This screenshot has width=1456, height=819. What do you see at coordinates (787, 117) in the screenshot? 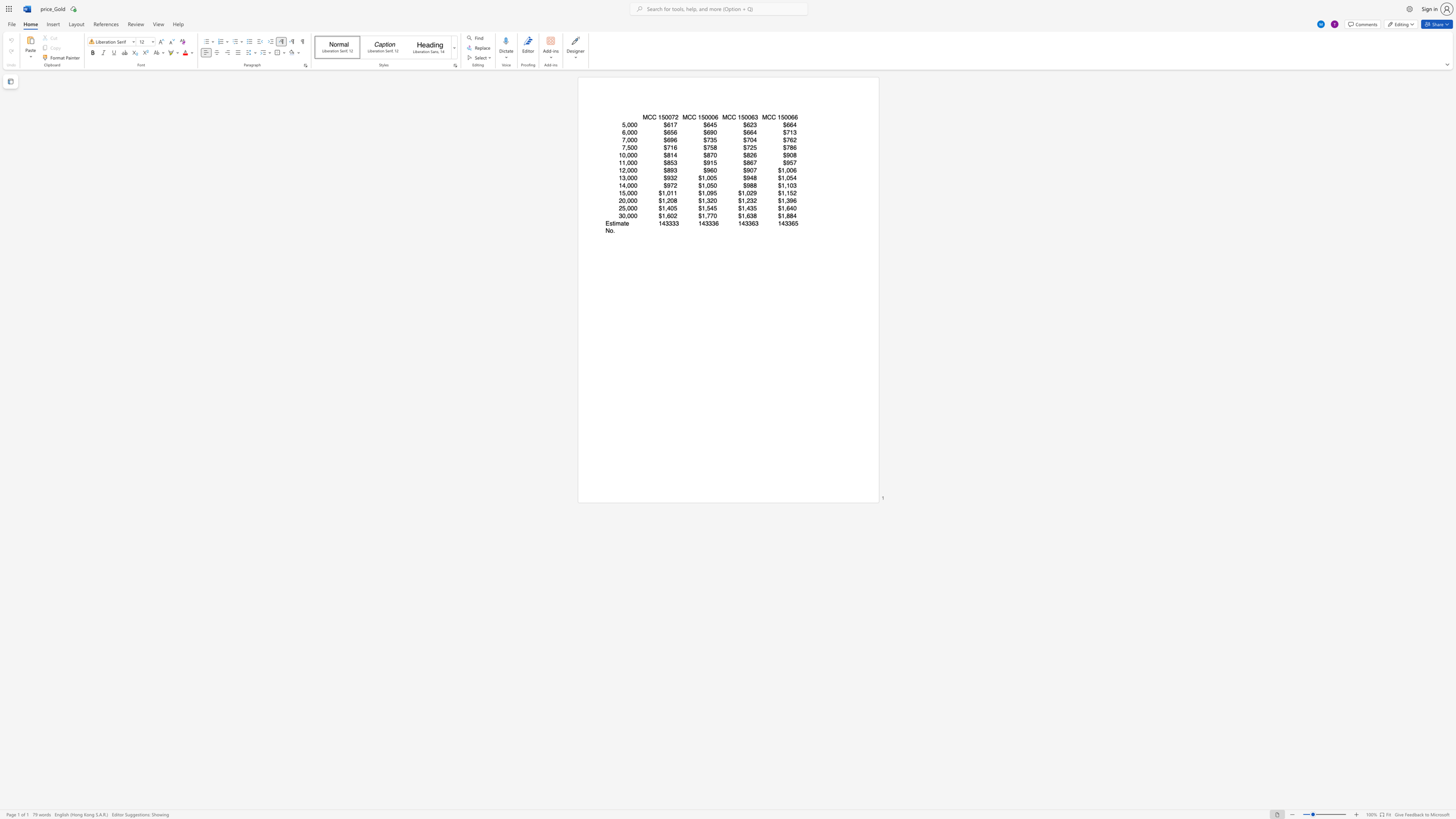
I see `the subset text "06" within the text "MCC 150066"` at bounding box center [787, 117].